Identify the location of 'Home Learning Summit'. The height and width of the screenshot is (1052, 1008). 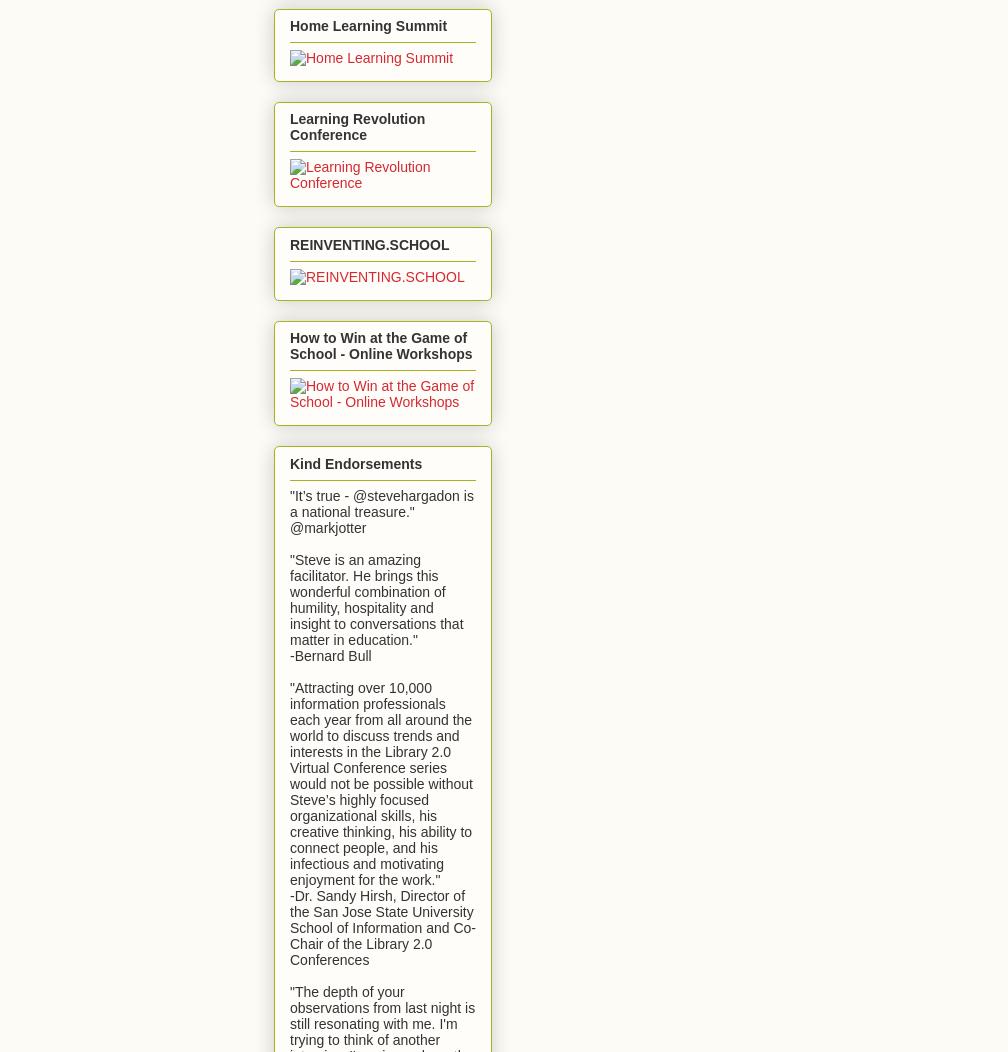
(368, 25).